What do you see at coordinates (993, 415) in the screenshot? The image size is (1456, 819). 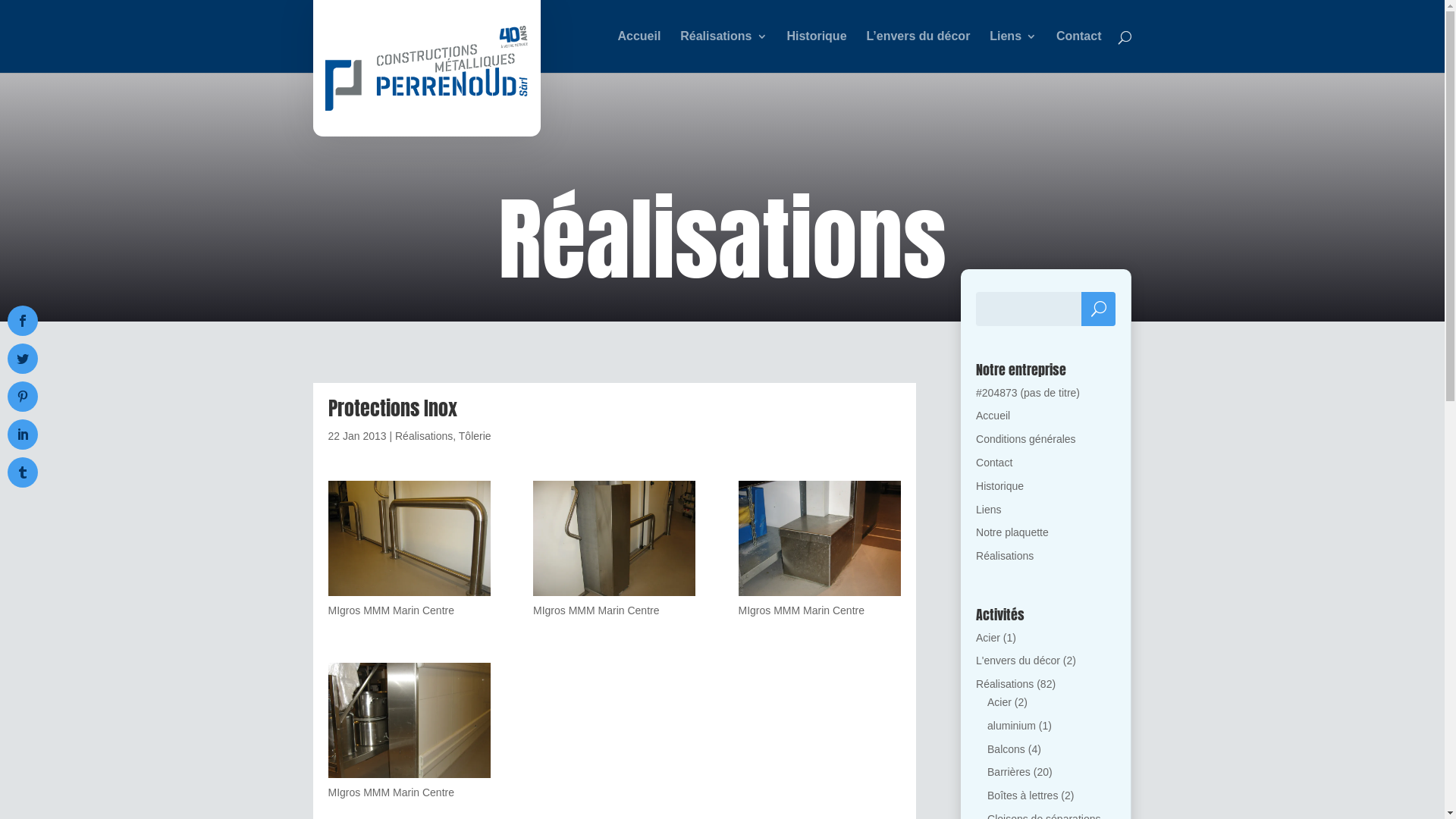 I see `'Accueil'` at bounding box center [993, 415].